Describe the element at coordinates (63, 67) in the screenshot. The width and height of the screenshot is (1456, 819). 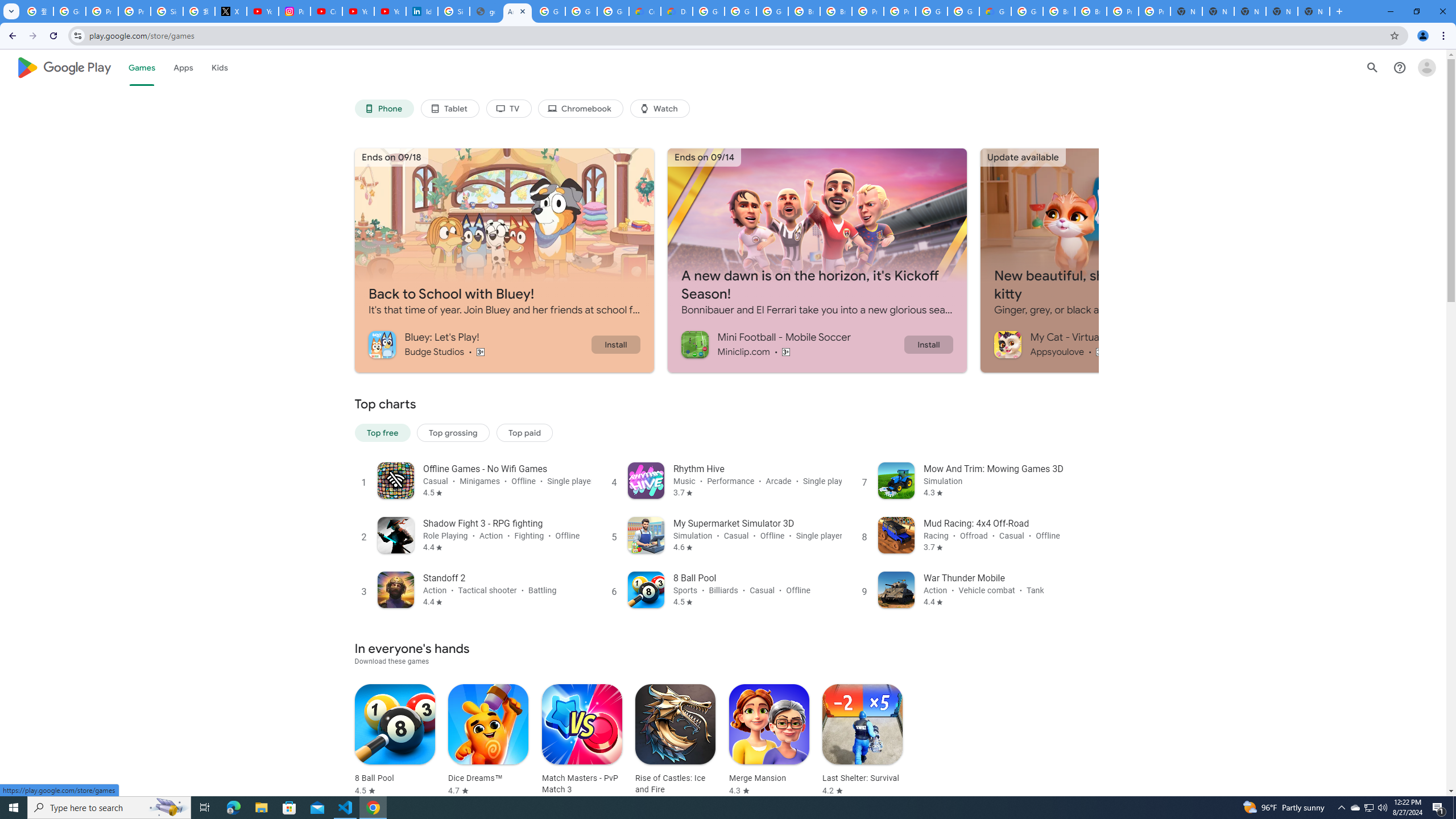
I see `'Google Play logo'` at that location.